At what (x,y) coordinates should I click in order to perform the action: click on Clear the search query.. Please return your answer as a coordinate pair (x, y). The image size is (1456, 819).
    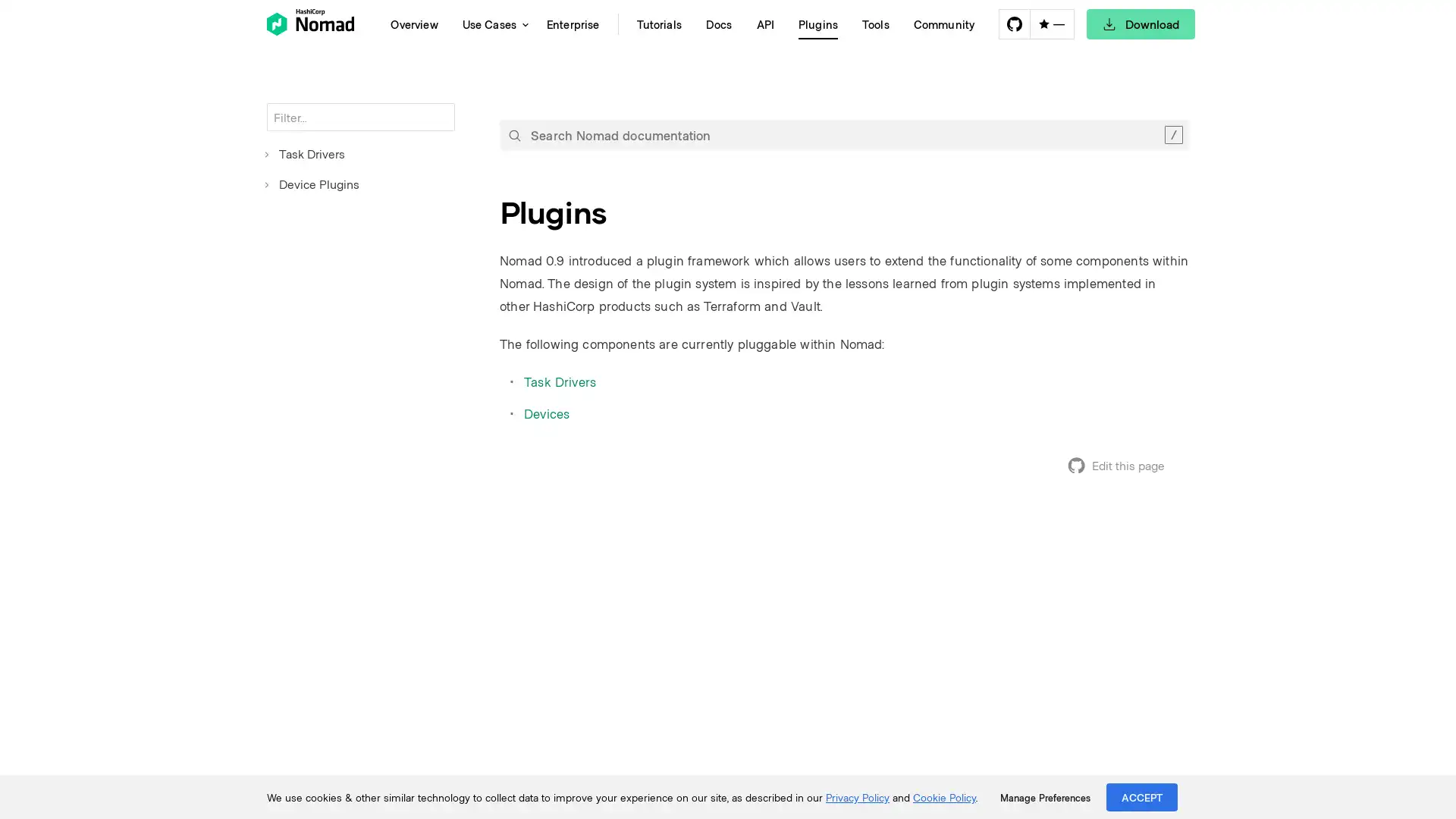
    Looking at the image, I should click on (1172, 133).